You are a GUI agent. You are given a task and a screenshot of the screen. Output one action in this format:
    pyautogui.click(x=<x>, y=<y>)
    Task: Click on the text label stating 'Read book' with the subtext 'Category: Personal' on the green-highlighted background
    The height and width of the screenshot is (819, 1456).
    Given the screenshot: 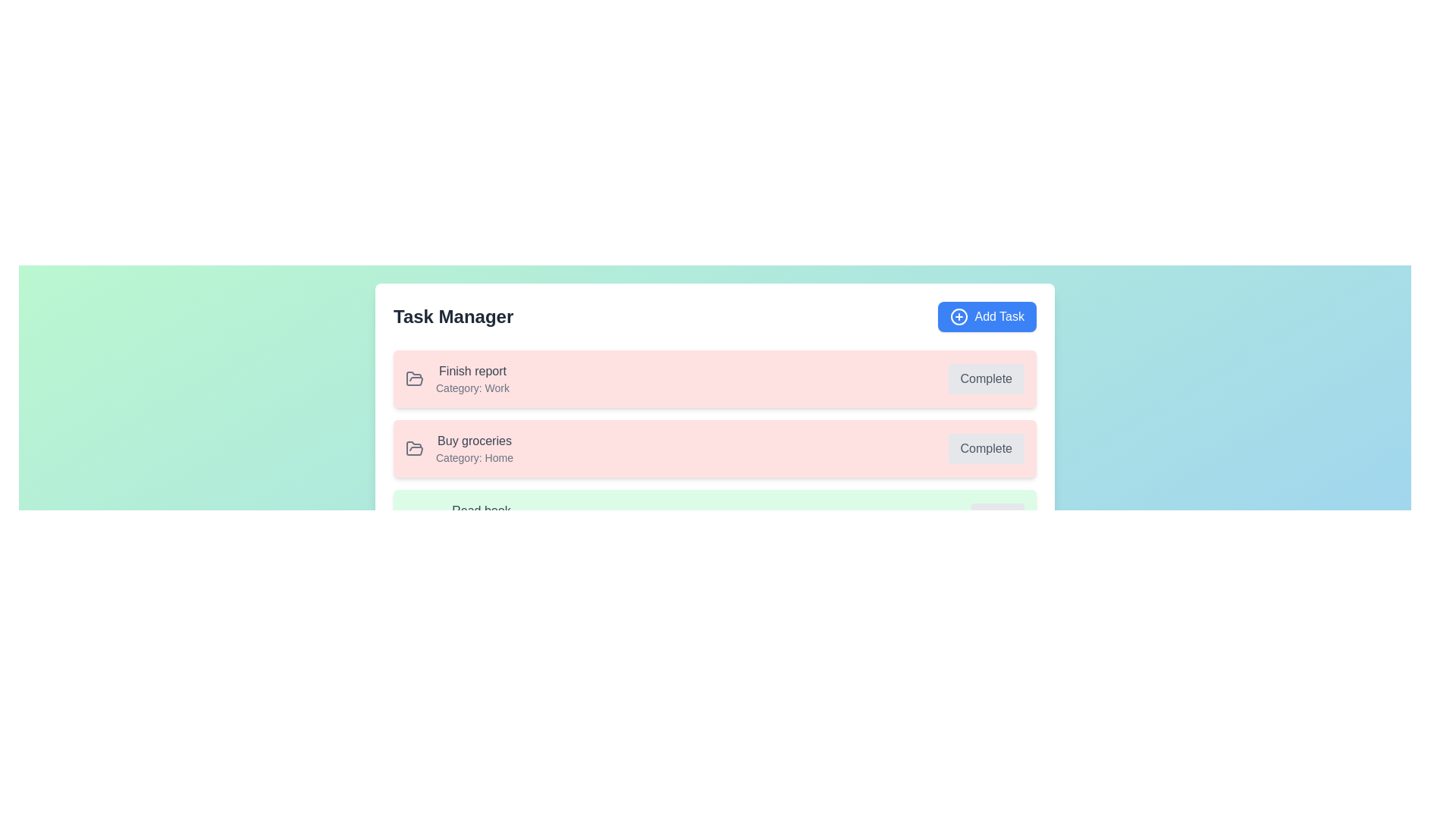 What is the action you would take?
    pyautogui.click(x=465, y=517)
    